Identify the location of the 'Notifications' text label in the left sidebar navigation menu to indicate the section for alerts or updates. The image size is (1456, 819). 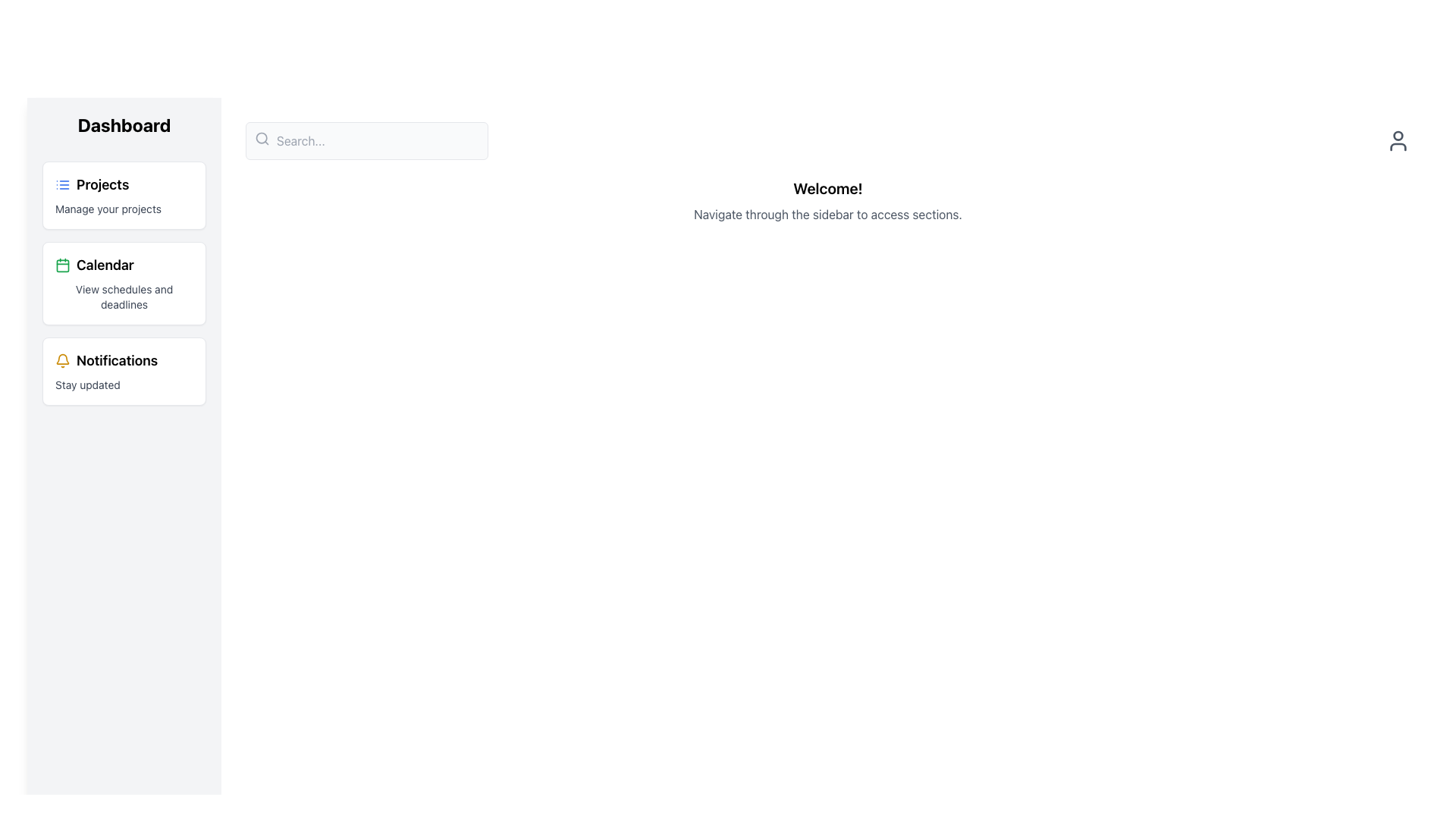
(116, 360).